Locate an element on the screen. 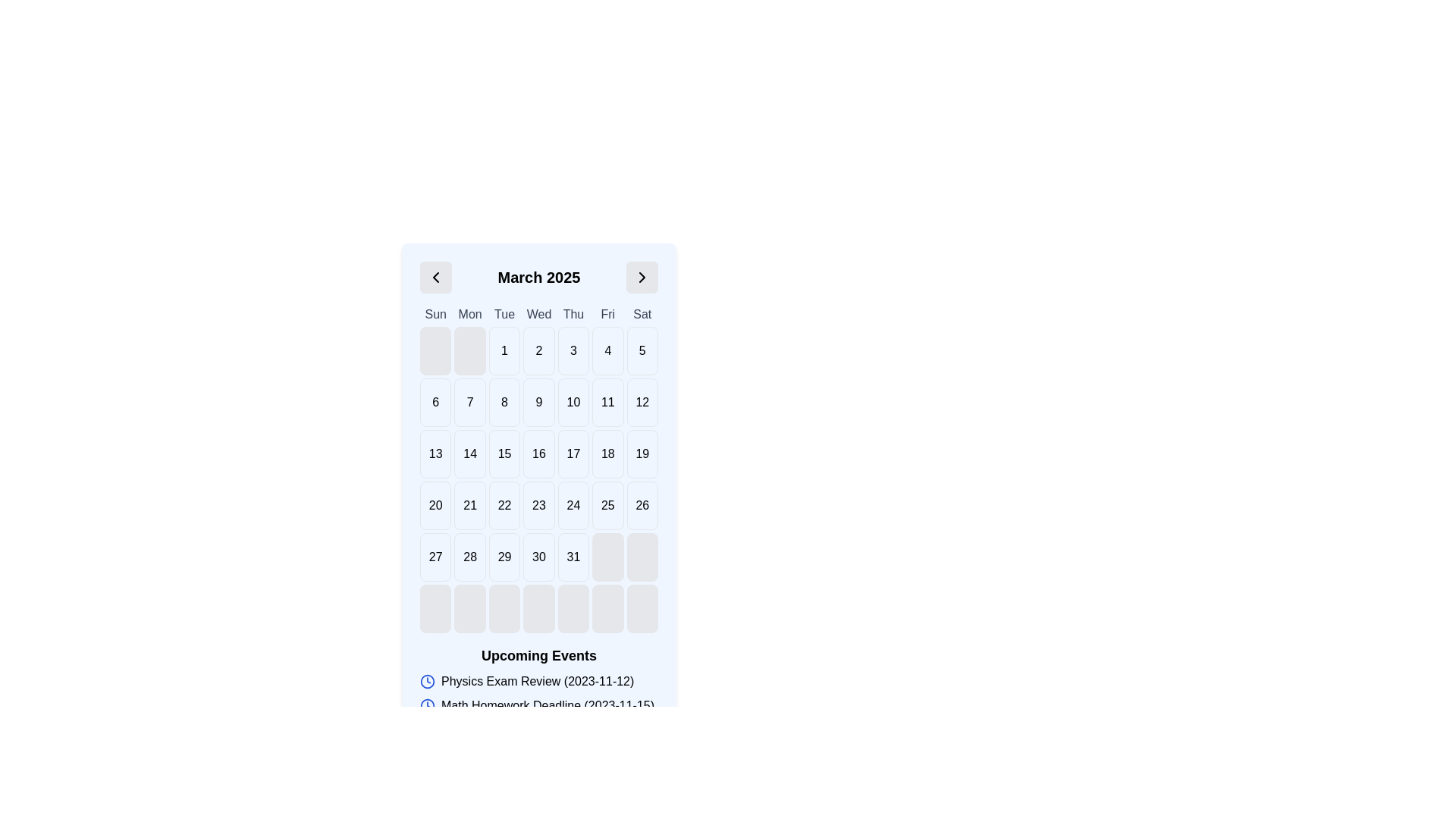 The image size is (1456, 819). attributes of the Placeholder cell located in the bottom row, second column of the calendar grid, characterized by its muted gray background and rounded corners is located at coordinates (469, 607).